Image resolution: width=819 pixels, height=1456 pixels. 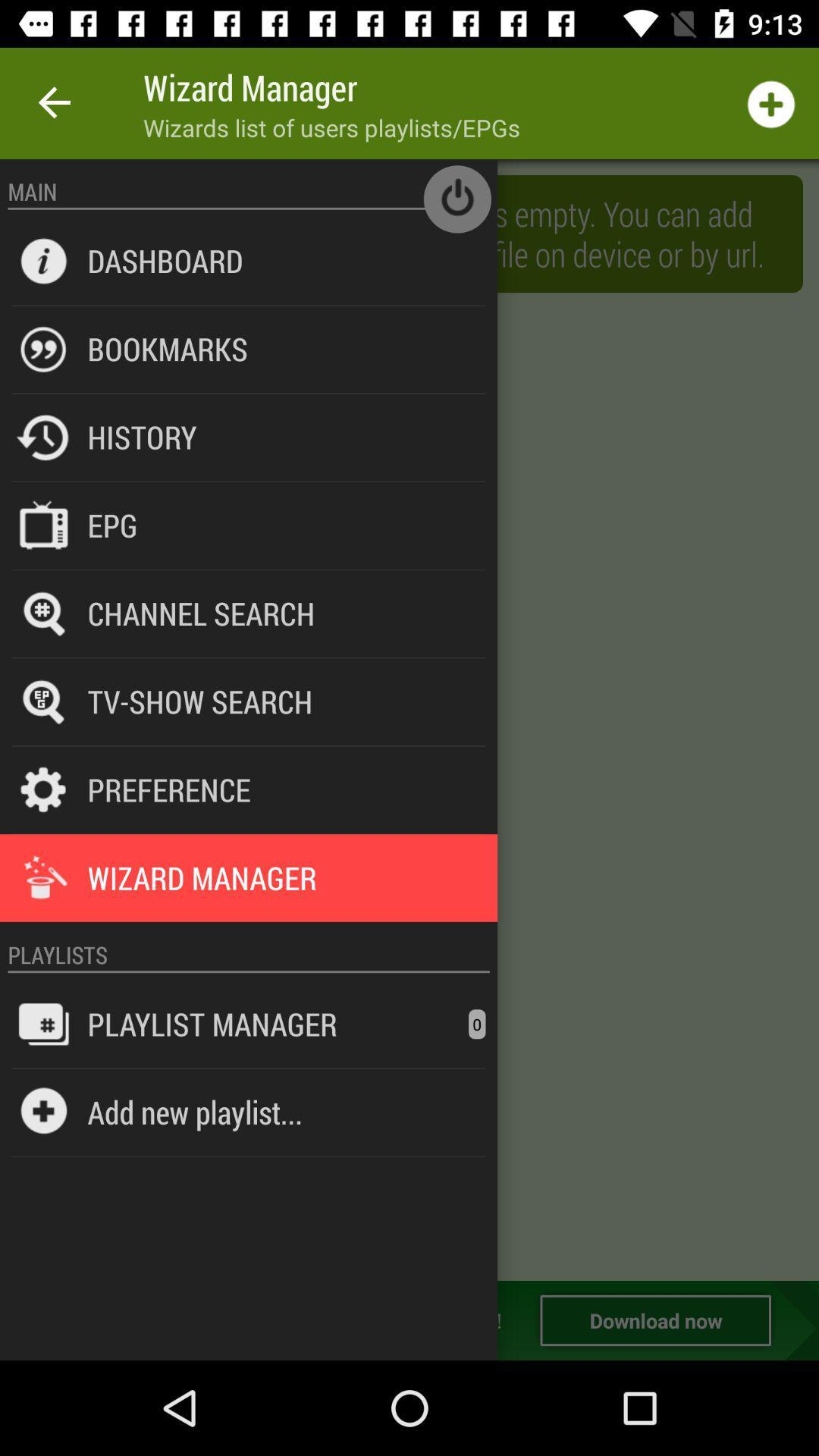 What do you see at coordinates (168, 348) in the screenshot?
I see `bookmarks item` at bounding box center [168, 348].